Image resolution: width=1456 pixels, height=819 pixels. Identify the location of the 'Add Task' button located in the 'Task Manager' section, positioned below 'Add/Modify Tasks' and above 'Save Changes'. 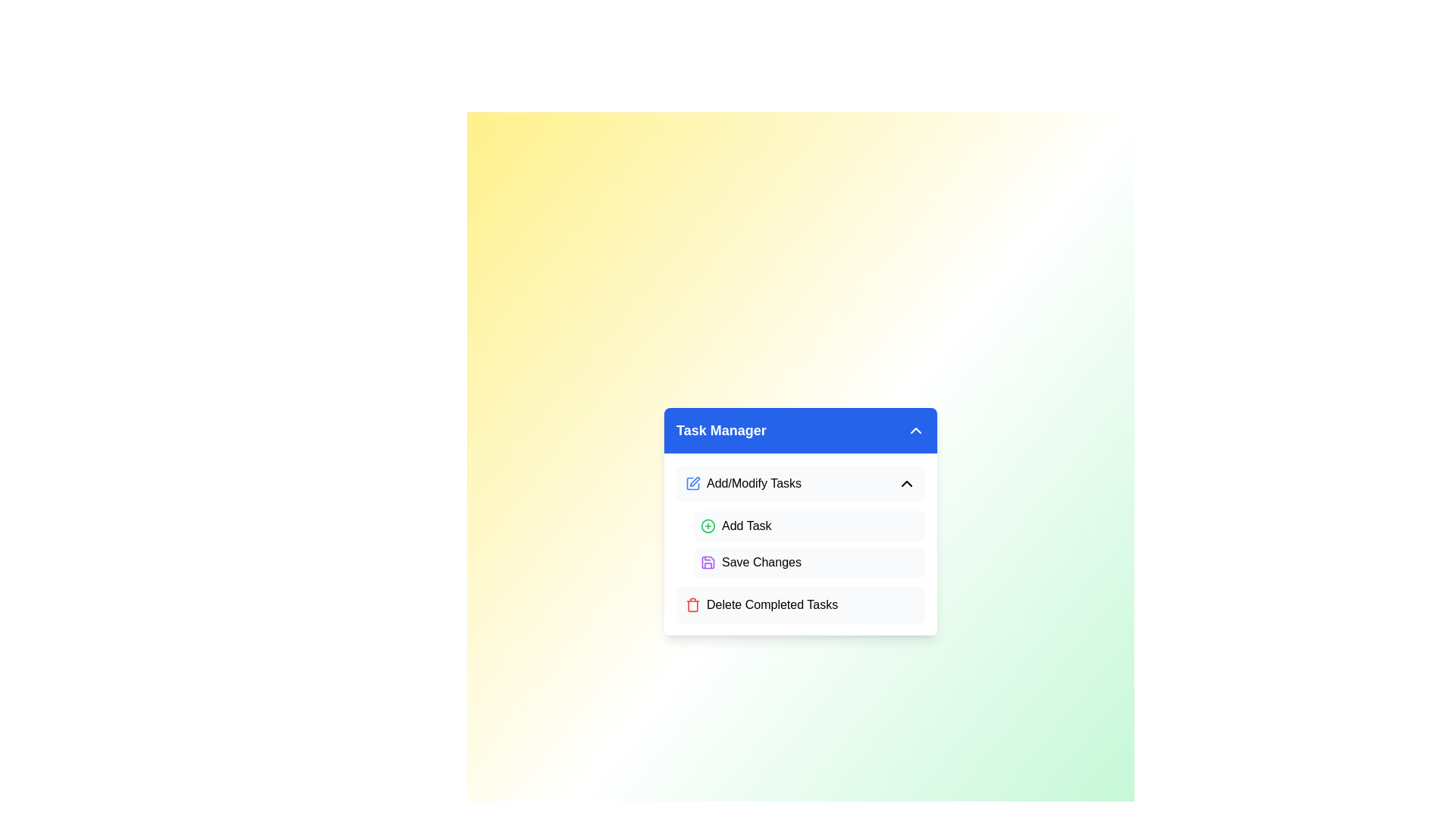
(809, 526).